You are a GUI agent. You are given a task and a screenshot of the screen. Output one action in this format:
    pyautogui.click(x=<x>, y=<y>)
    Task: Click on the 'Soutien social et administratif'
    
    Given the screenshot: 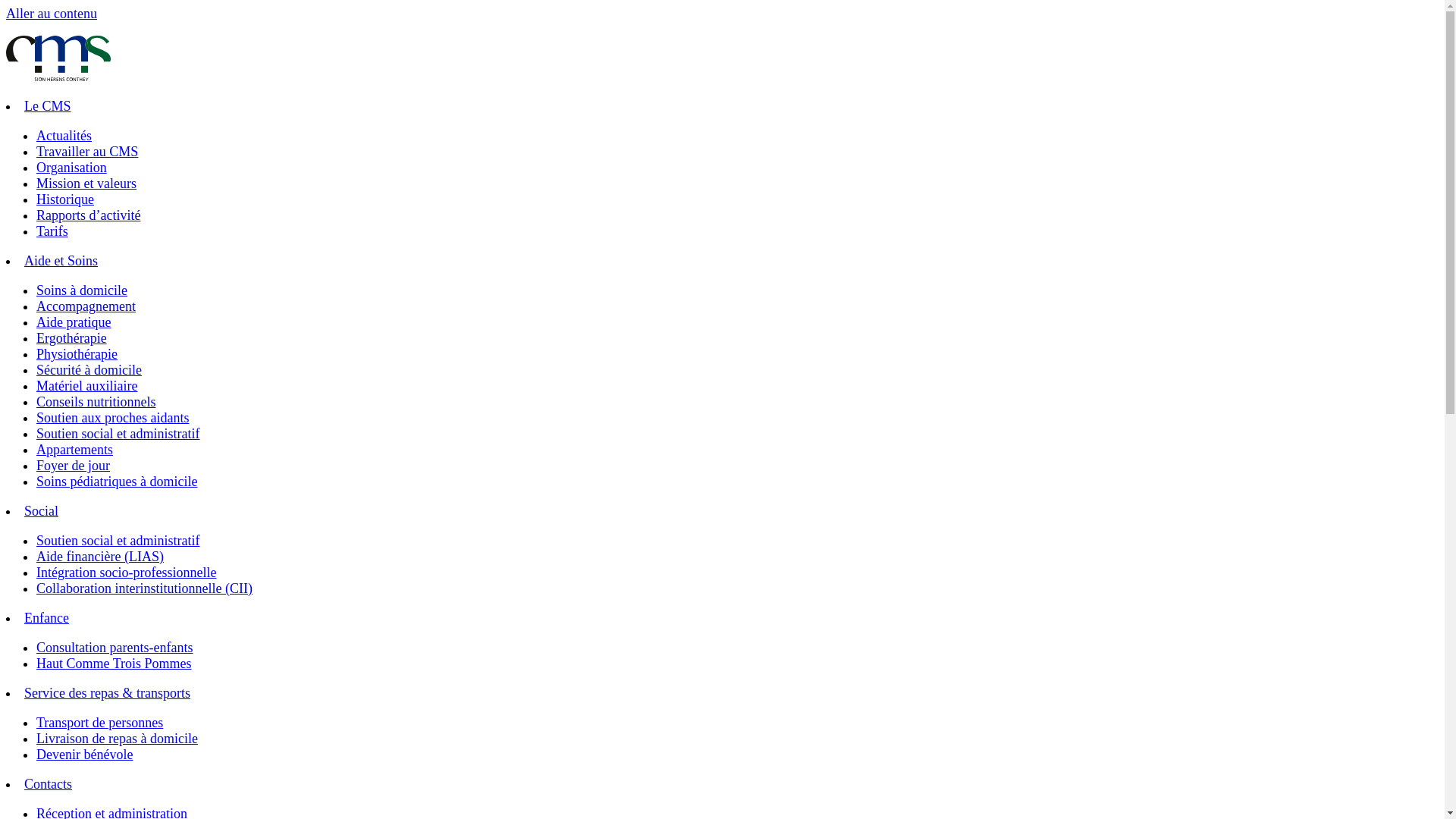 What is the action you would take?
    pyautogui.click(x=117, y=433)
    